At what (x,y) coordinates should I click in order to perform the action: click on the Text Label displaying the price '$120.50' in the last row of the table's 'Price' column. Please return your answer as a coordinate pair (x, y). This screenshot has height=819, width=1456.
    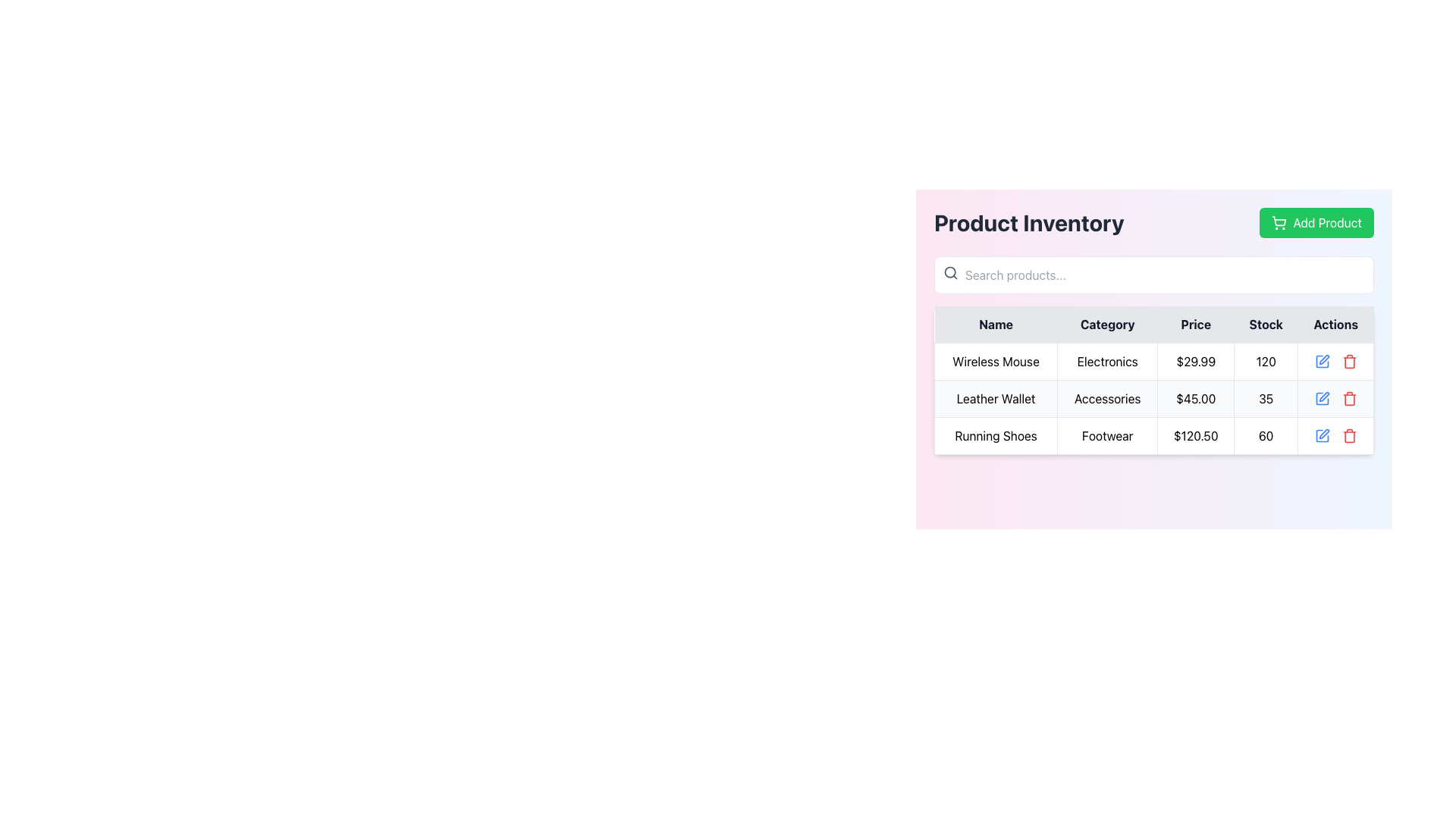
    Looking at the image, I should click on (1195, 435).